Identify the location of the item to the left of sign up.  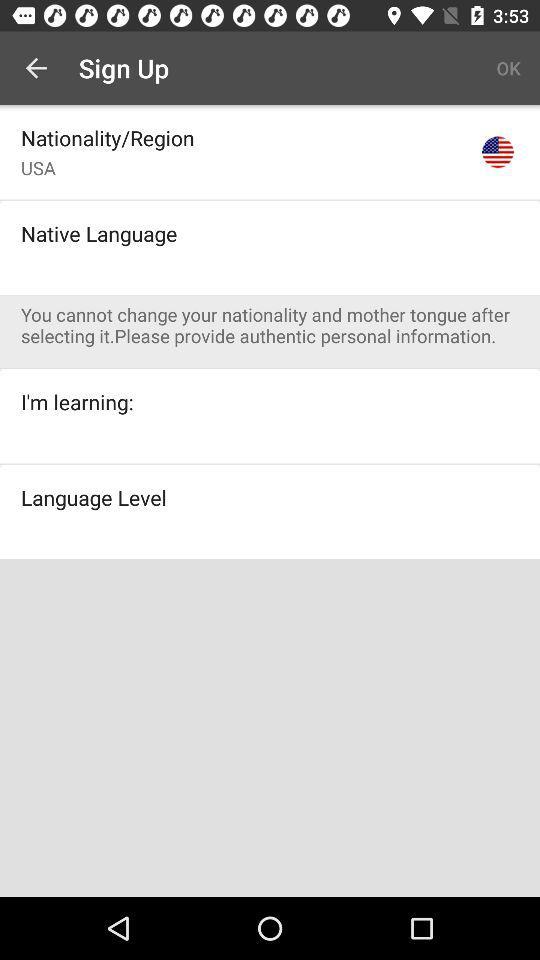
(36, 68).